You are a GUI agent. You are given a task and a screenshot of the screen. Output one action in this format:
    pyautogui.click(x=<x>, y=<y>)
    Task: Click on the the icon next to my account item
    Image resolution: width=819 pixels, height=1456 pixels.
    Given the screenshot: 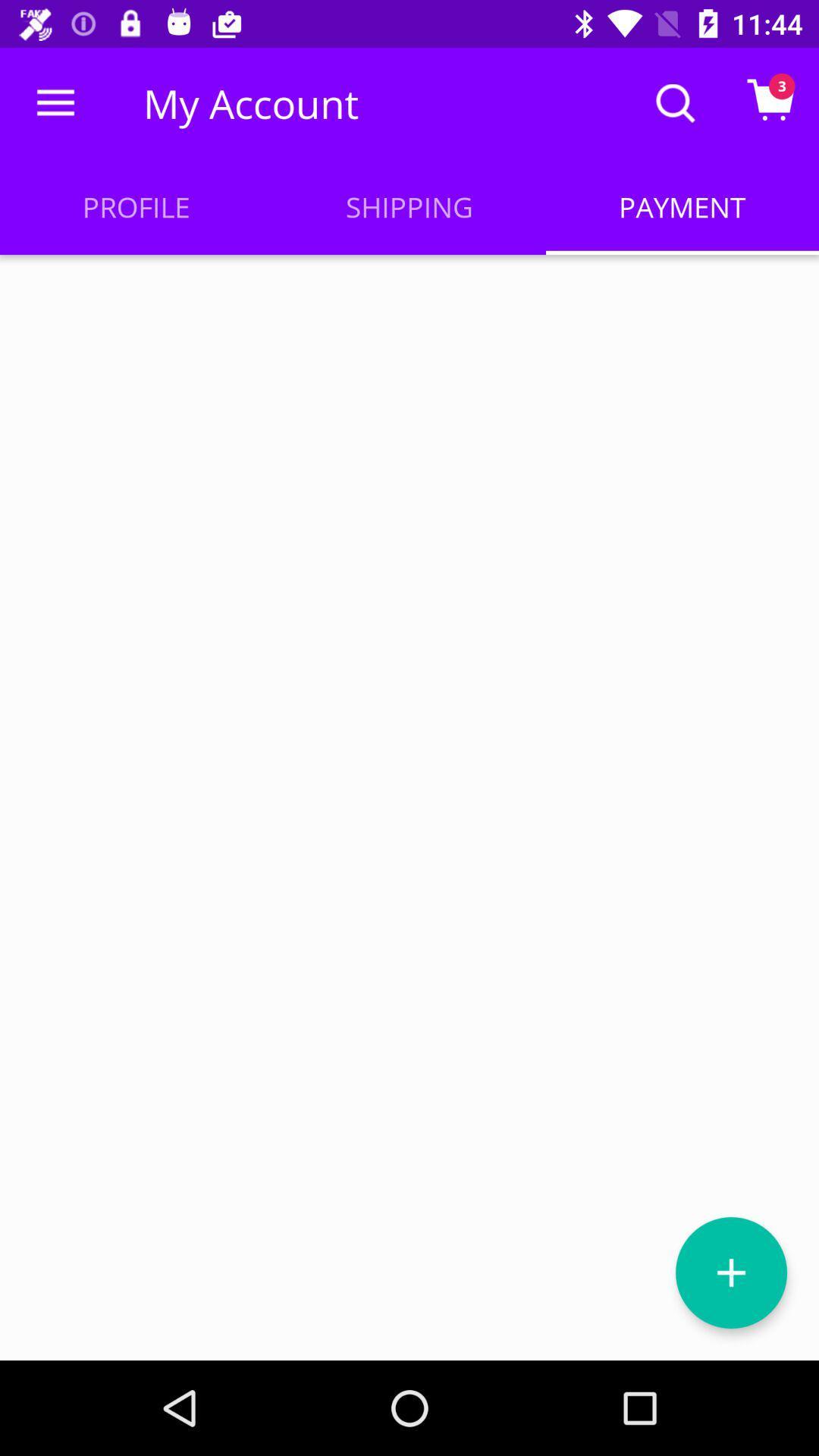 What is the action you would take?
    pyautogui.click(x=55, y=102)
    